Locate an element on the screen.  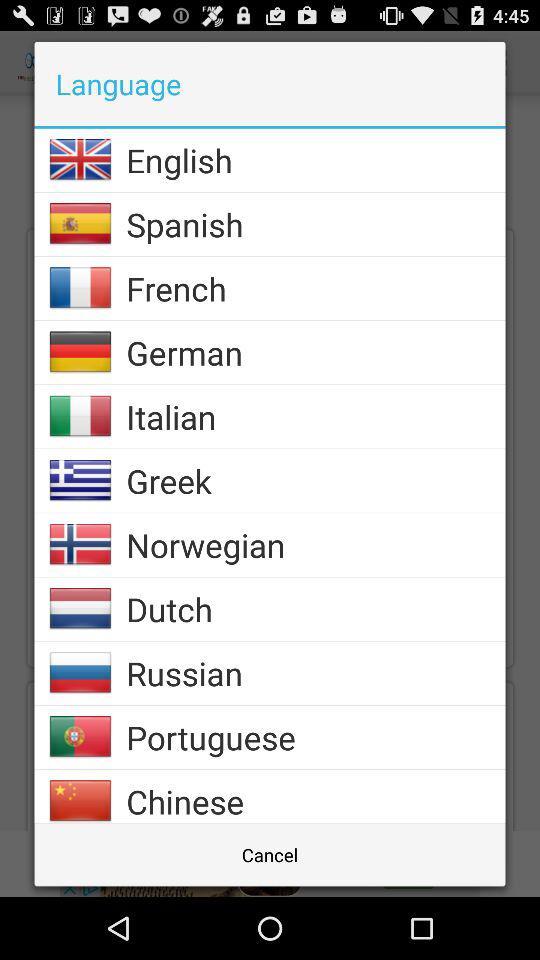
the app above the greek is located at coordinates (315, 415).